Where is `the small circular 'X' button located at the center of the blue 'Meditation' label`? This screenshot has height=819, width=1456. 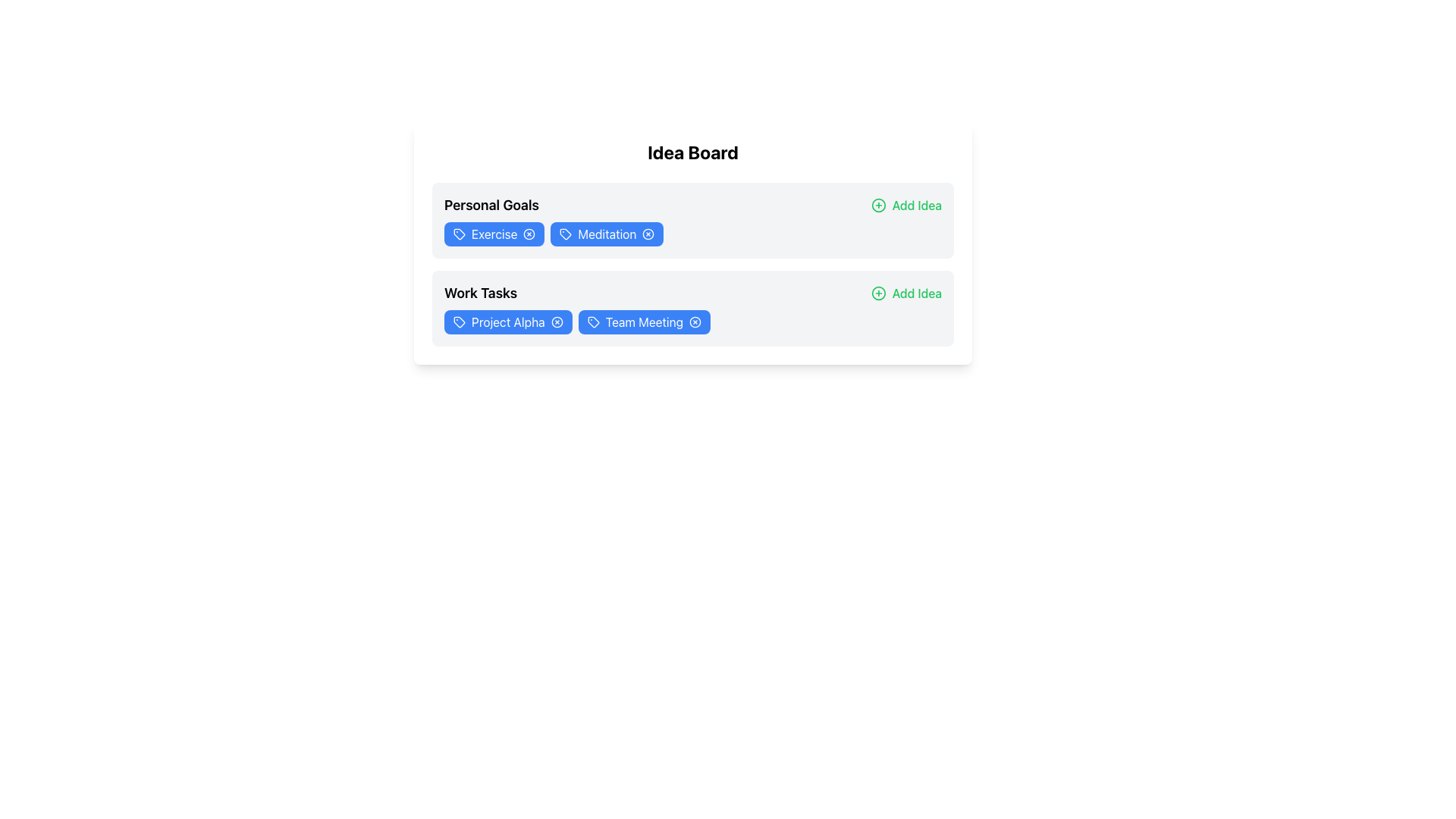
the small circular 'X' button located at the center of the blue 'Meditation' label is located at coordinates (648, 234).